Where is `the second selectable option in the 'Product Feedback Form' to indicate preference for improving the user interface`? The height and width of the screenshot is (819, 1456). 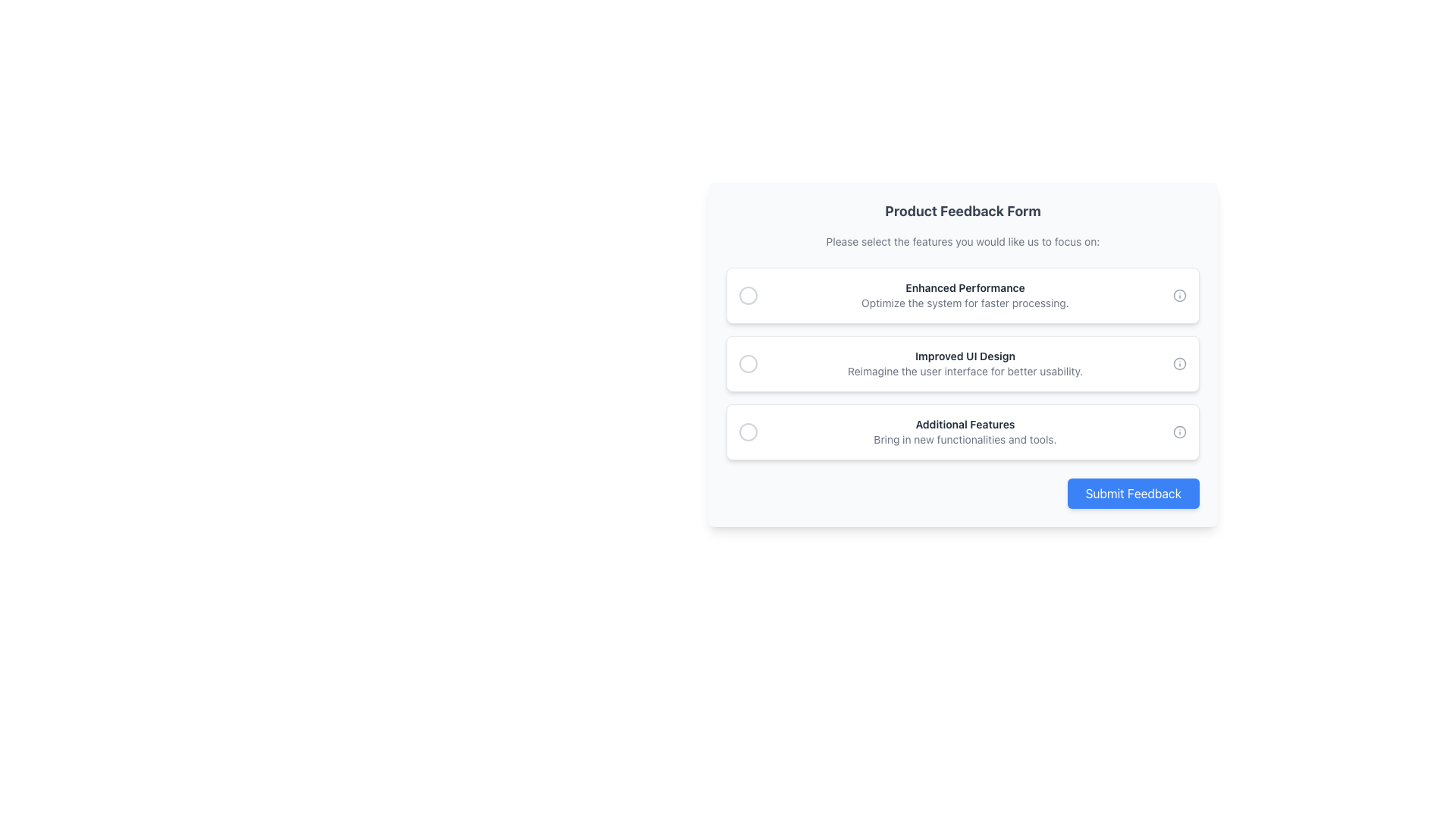
the second selectable option in the 'Product Feedback Form' to indicate preference for improving the user interface is located at coordinates (962, 363).